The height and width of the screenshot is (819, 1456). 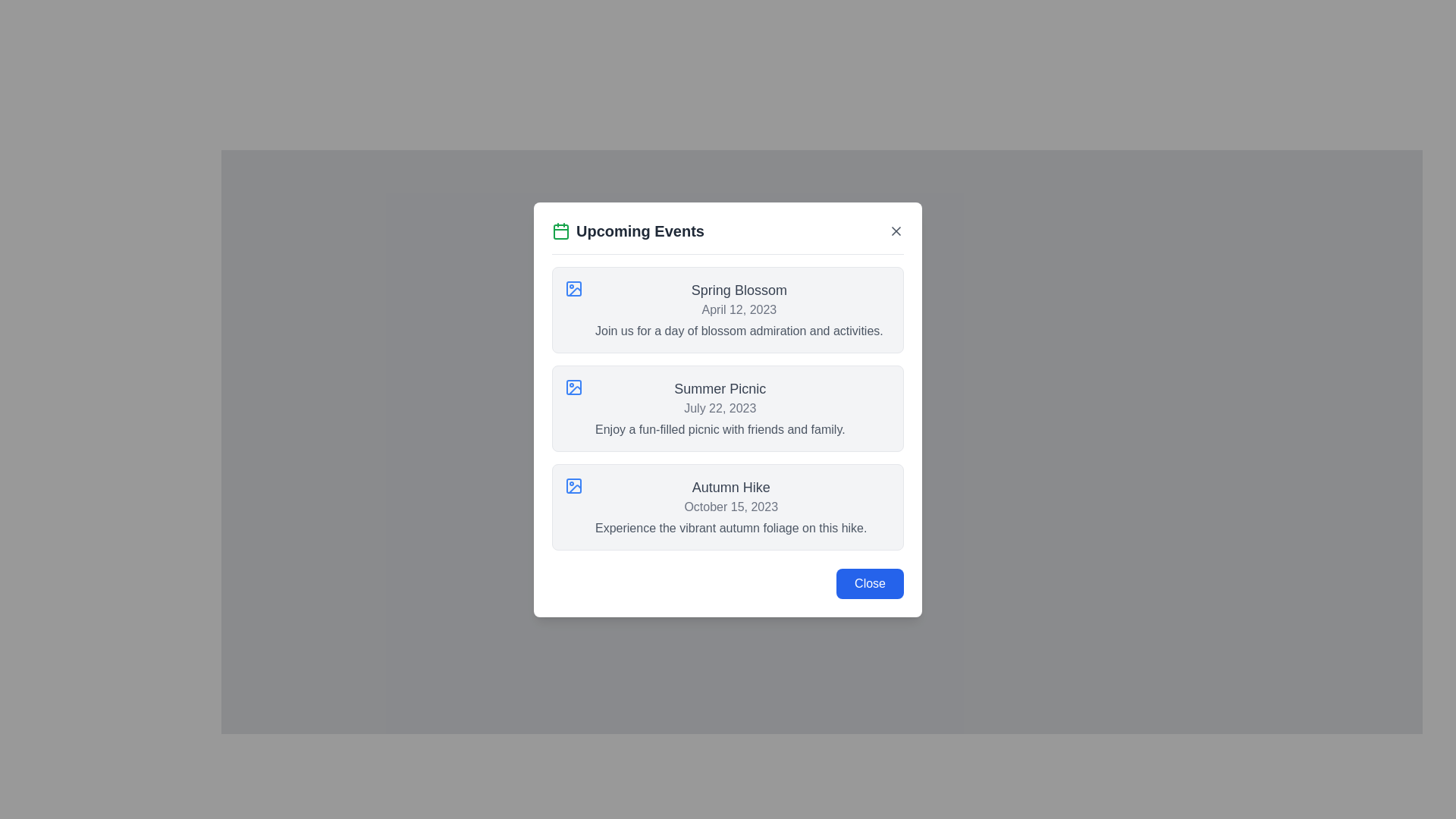 What do you see at coordinates (896, 231) in the screenshot?
I see `the close button represented by a cross ('X') icon located at the top-right corner of the 'Upcoming Events' header section` at bounding box center [896, 231].